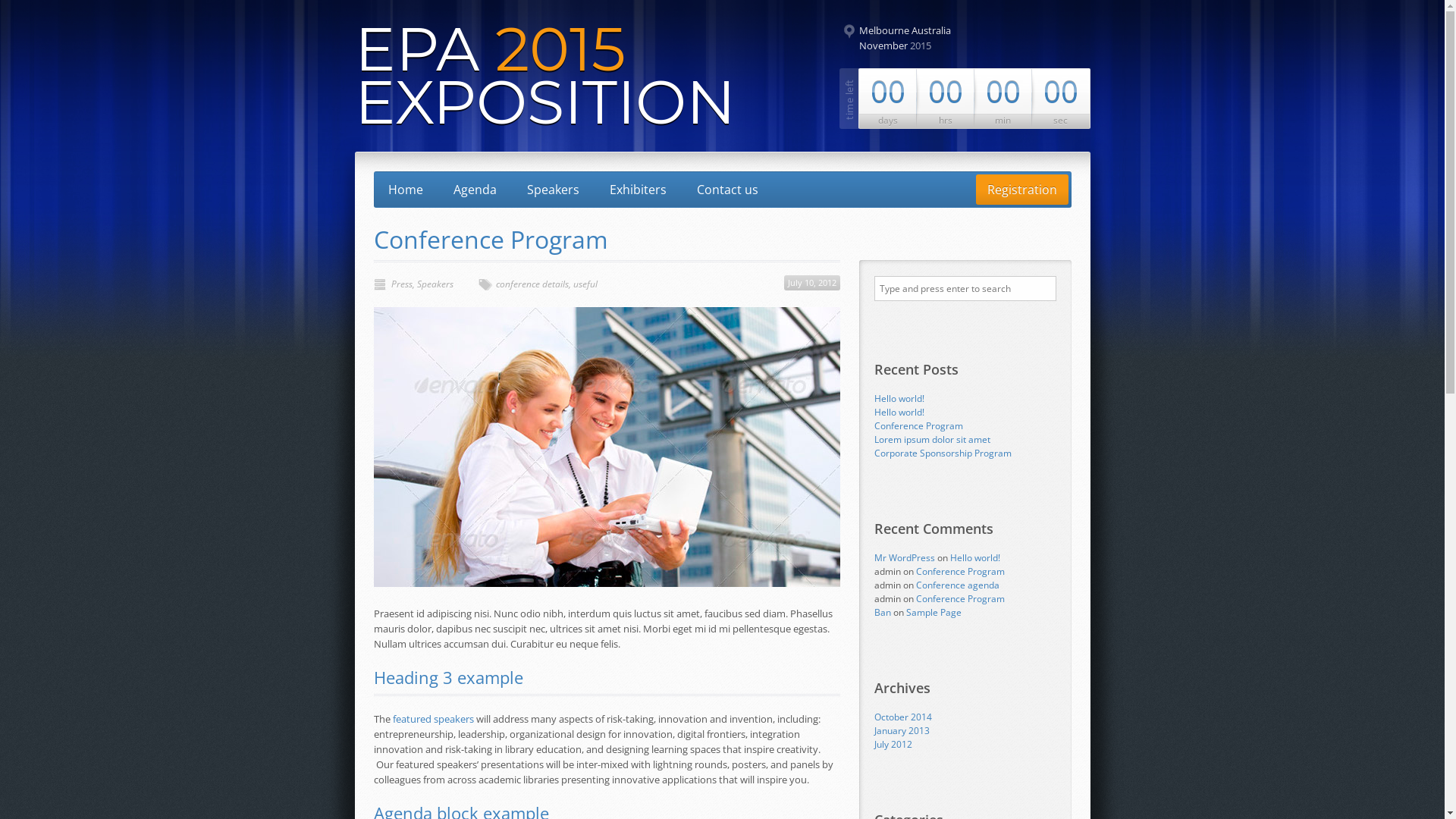  What do you see at coordinates (545, 75) in the screenshot?
I see `'EPA 2015` at bounding box center [545, 75].